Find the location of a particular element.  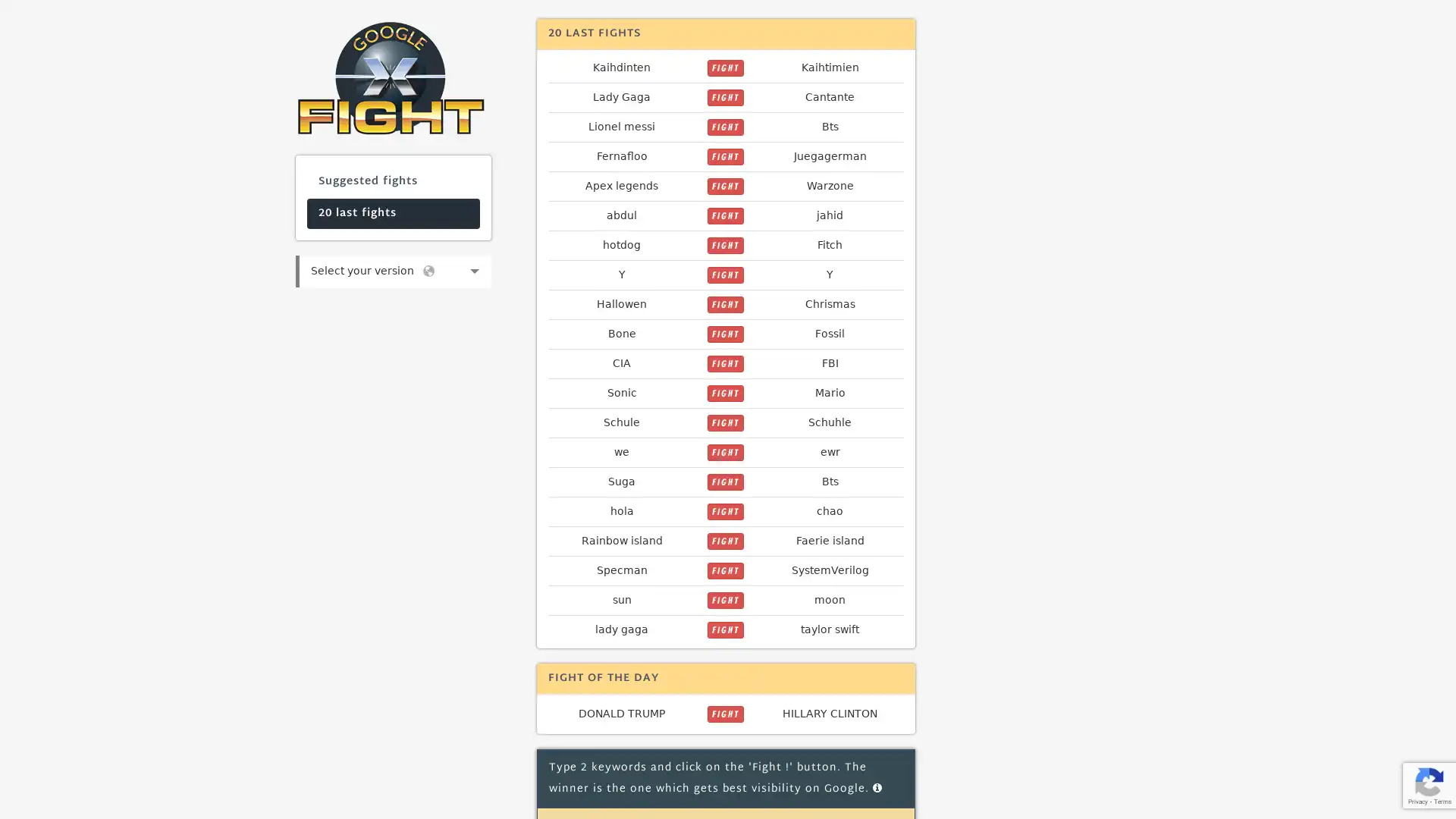

FIGHT is located at coordinates (724, 97).